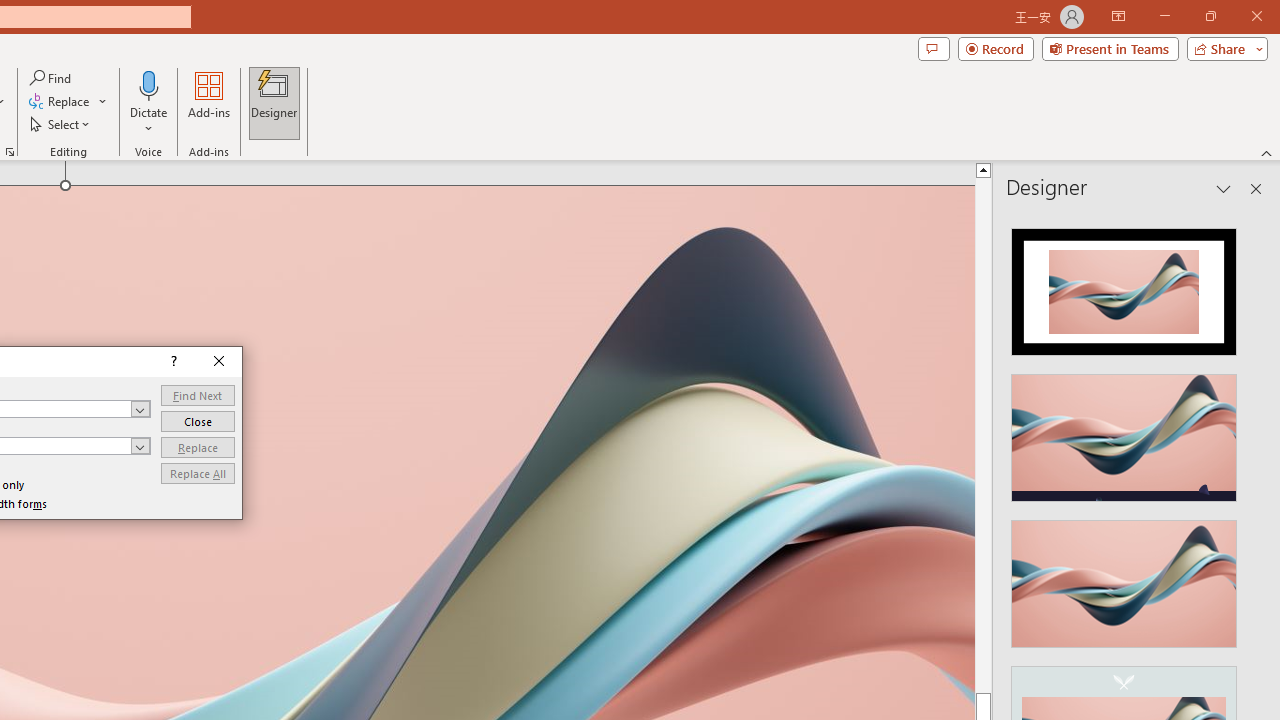 The image size is (1280, 720). Describe the element at coordinates (172, 362) in the screenshot. I see `'Context help'` at that location.